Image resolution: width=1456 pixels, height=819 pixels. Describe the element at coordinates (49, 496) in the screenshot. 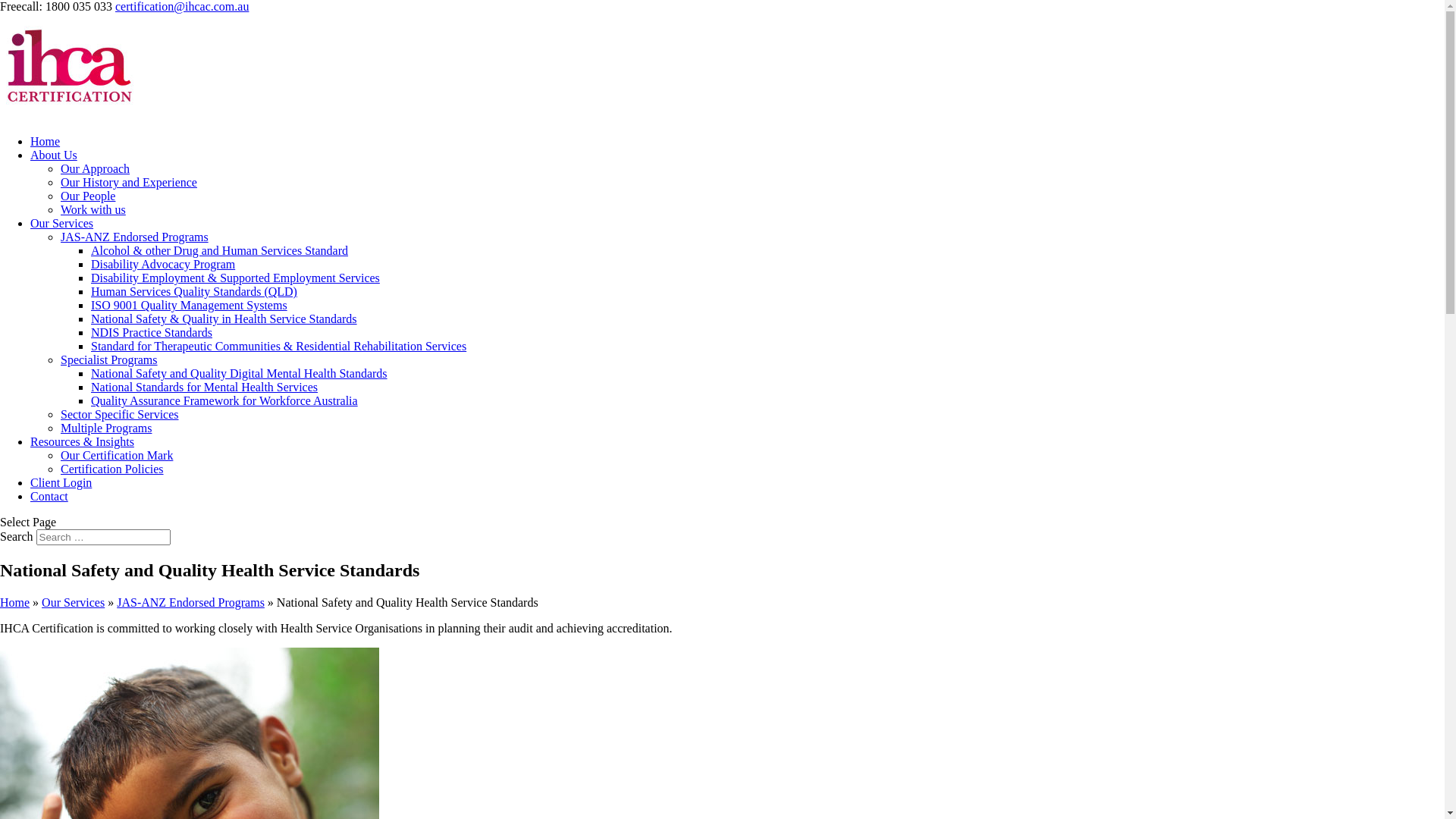

I see `'Contact'` at that location.